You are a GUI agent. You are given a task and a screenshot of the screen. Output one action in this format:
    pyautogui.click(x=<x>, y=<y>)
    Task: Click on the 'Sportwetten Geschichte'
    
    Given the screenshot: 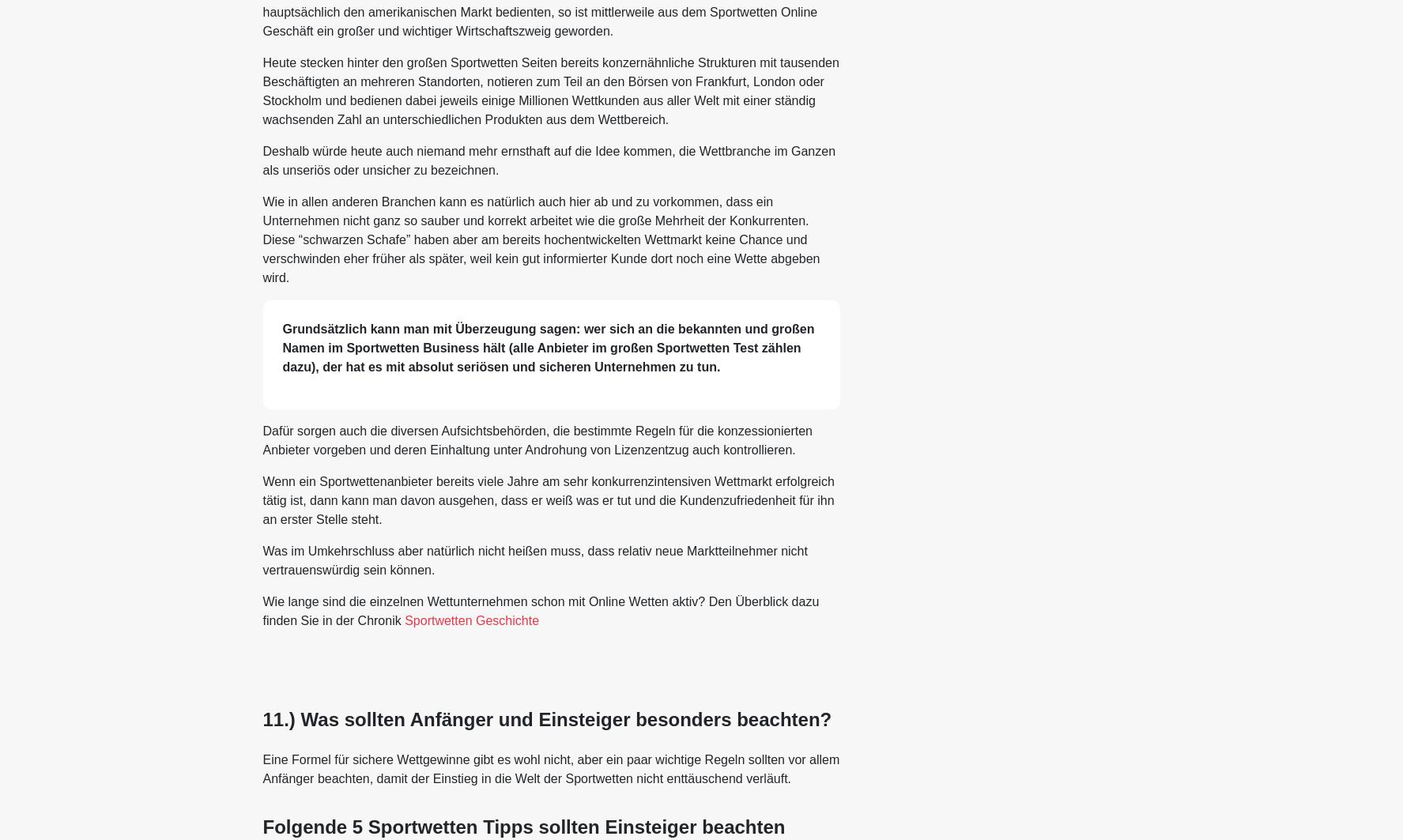 What is the action you would take?
    pyautogui.click(x=471, y=619)
    